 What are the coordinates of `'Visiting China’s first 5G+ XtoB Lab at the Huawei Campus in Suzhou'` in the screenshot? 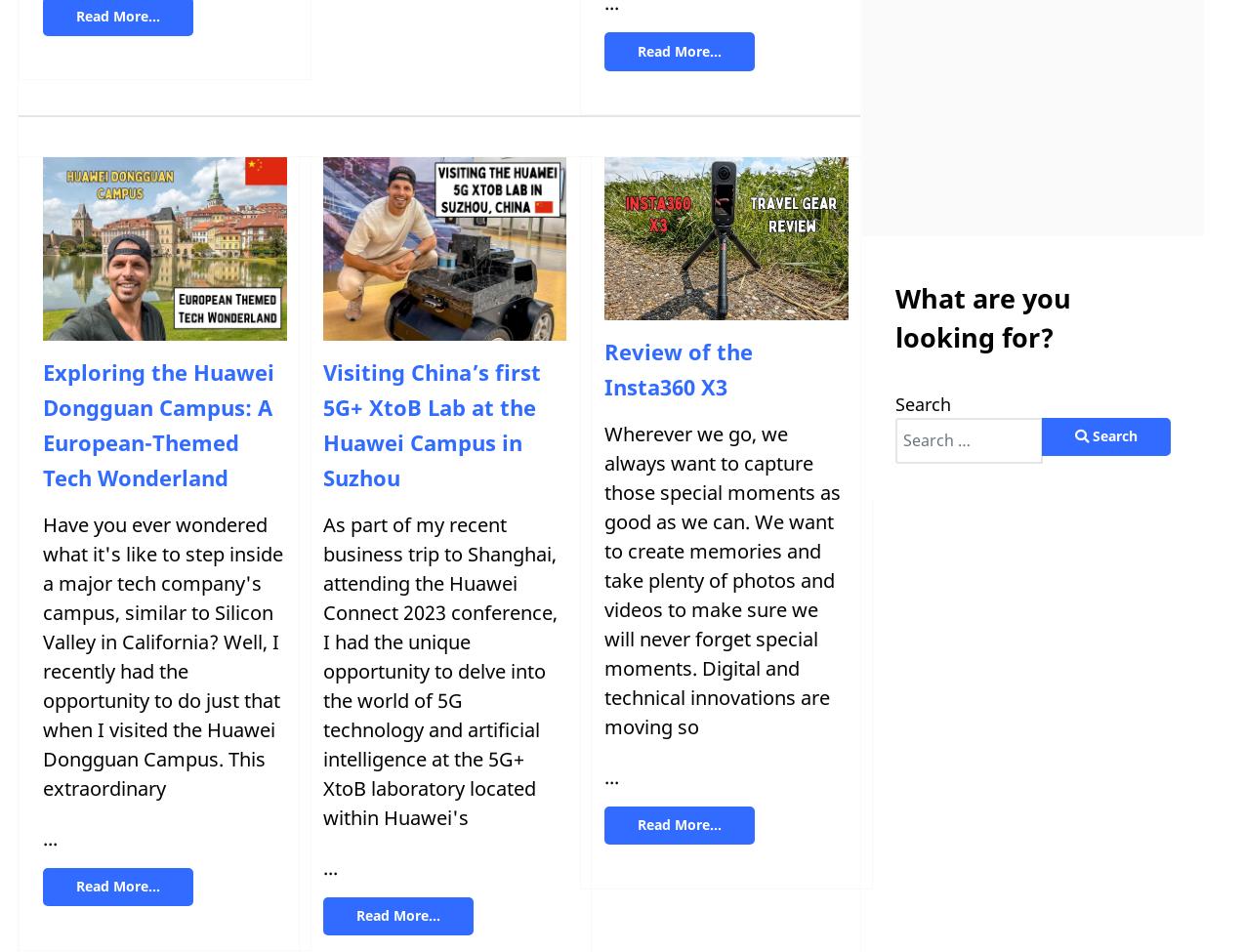 It's located at (431, 424).